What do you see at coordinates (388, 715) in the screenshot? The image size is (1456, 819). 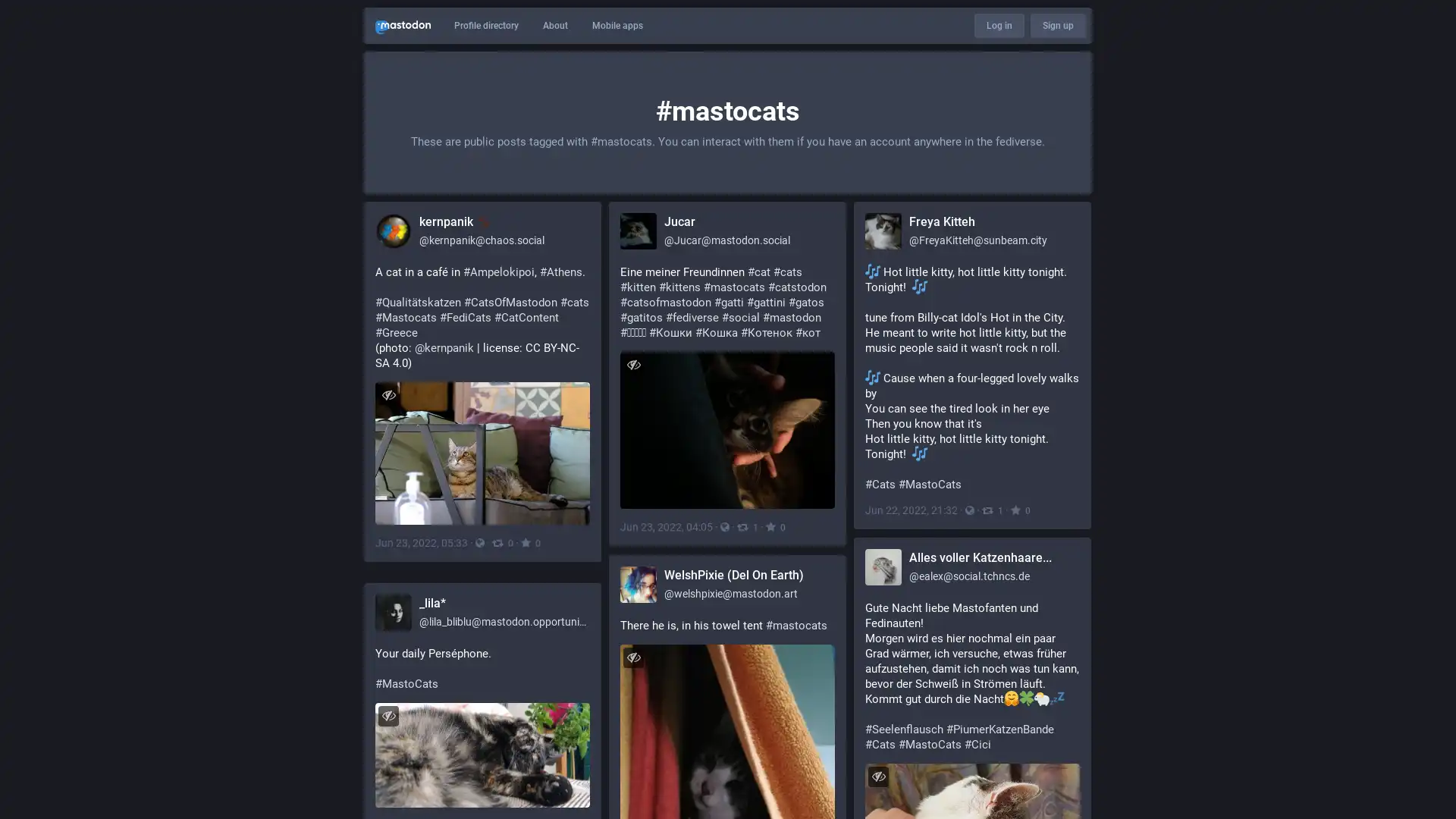 I see `Hide image` at bounding box center [388, 715].